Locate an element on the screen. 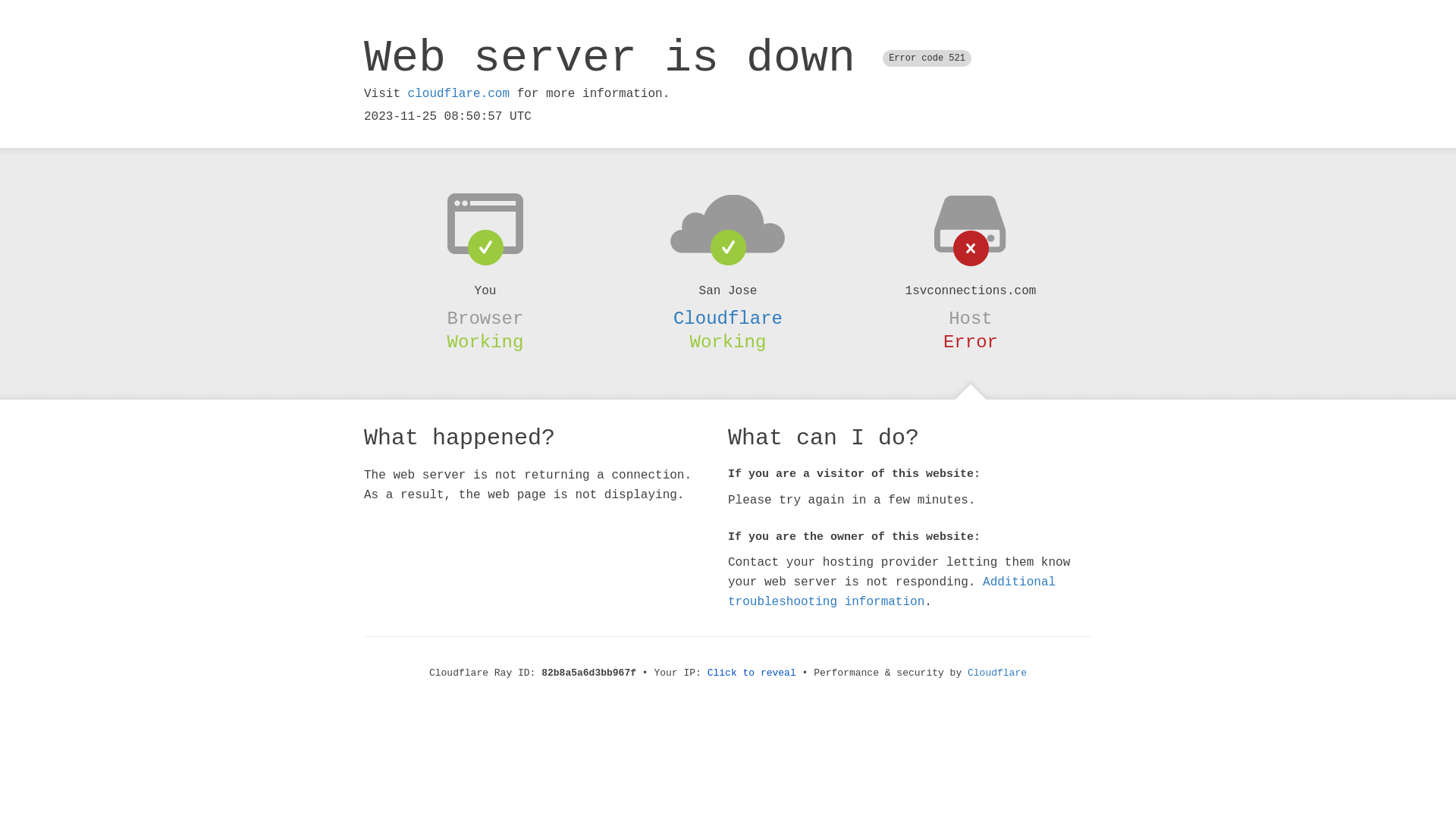 The image size is (1456, 819). 'Additional troubleshooting information' is located at coordinates (892, 591).